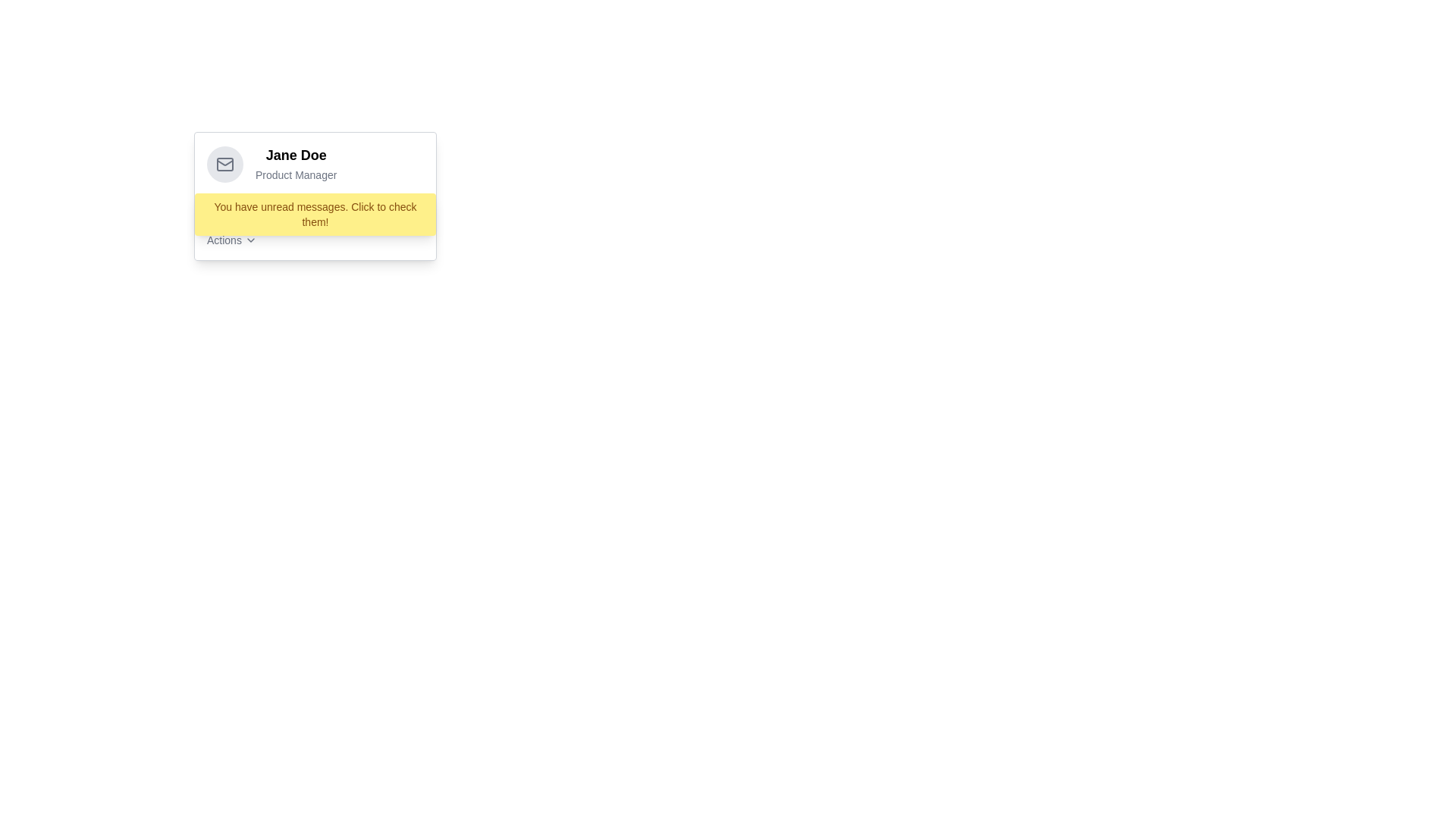 The height and width of the screenshot is (819, 1456). What do you see at coordinates (231, 239) in the screenshot?
I see `the 'Actions' dropdown menu button located in the bottom-left section of the card interface` at bounding box center [231, 239].